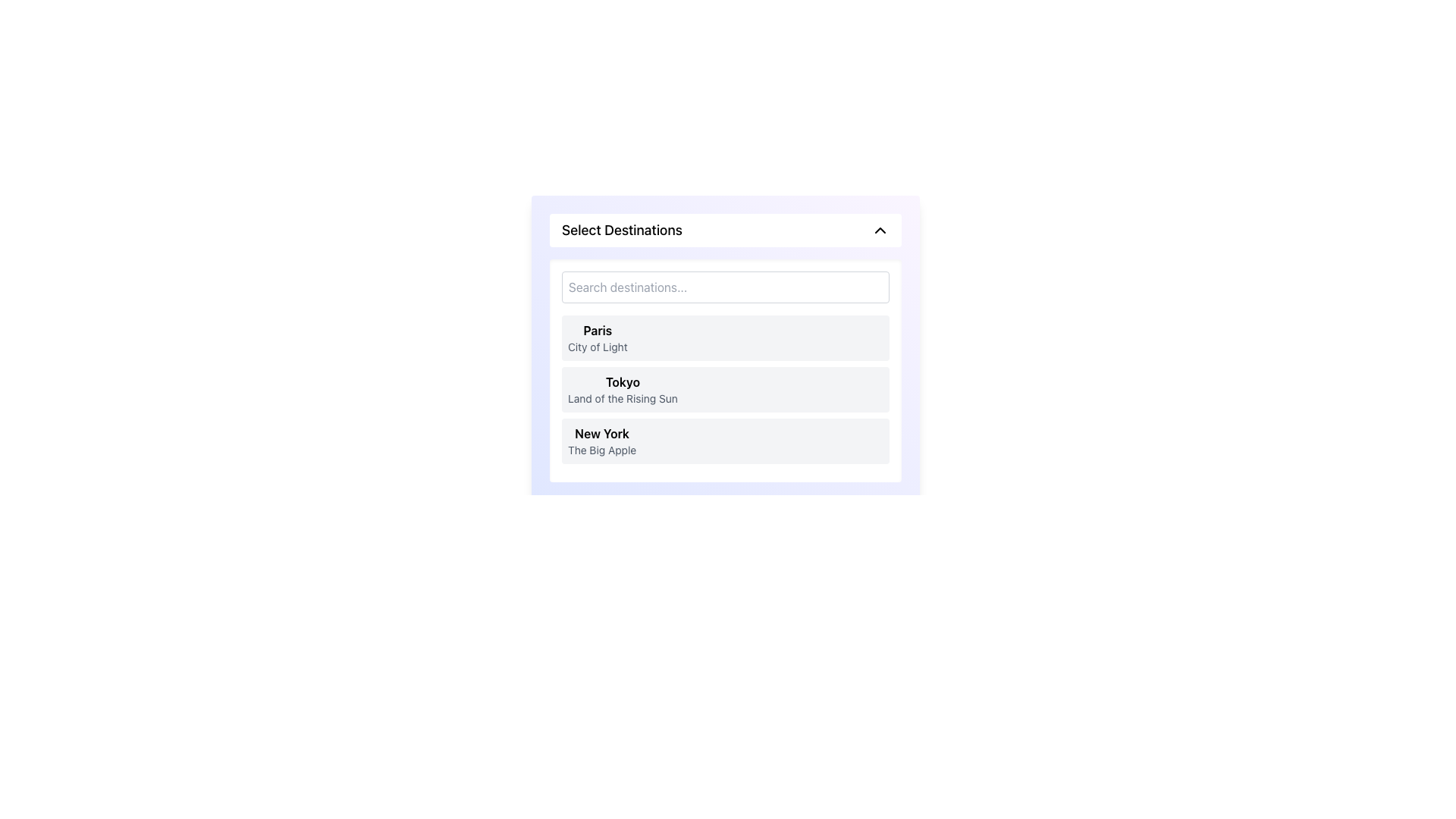 Image resolution: width=1456 pixels, height=819 pixels. What do you see at coordinates (623, 381) in the screenshot?
I see `text label that displays 'Tokyo', which is styled in medium bold font and positioned centrally above the description 'Land of the Rising Sun' in the second card of the vertically stacked list` at bounding box center [623, 381].